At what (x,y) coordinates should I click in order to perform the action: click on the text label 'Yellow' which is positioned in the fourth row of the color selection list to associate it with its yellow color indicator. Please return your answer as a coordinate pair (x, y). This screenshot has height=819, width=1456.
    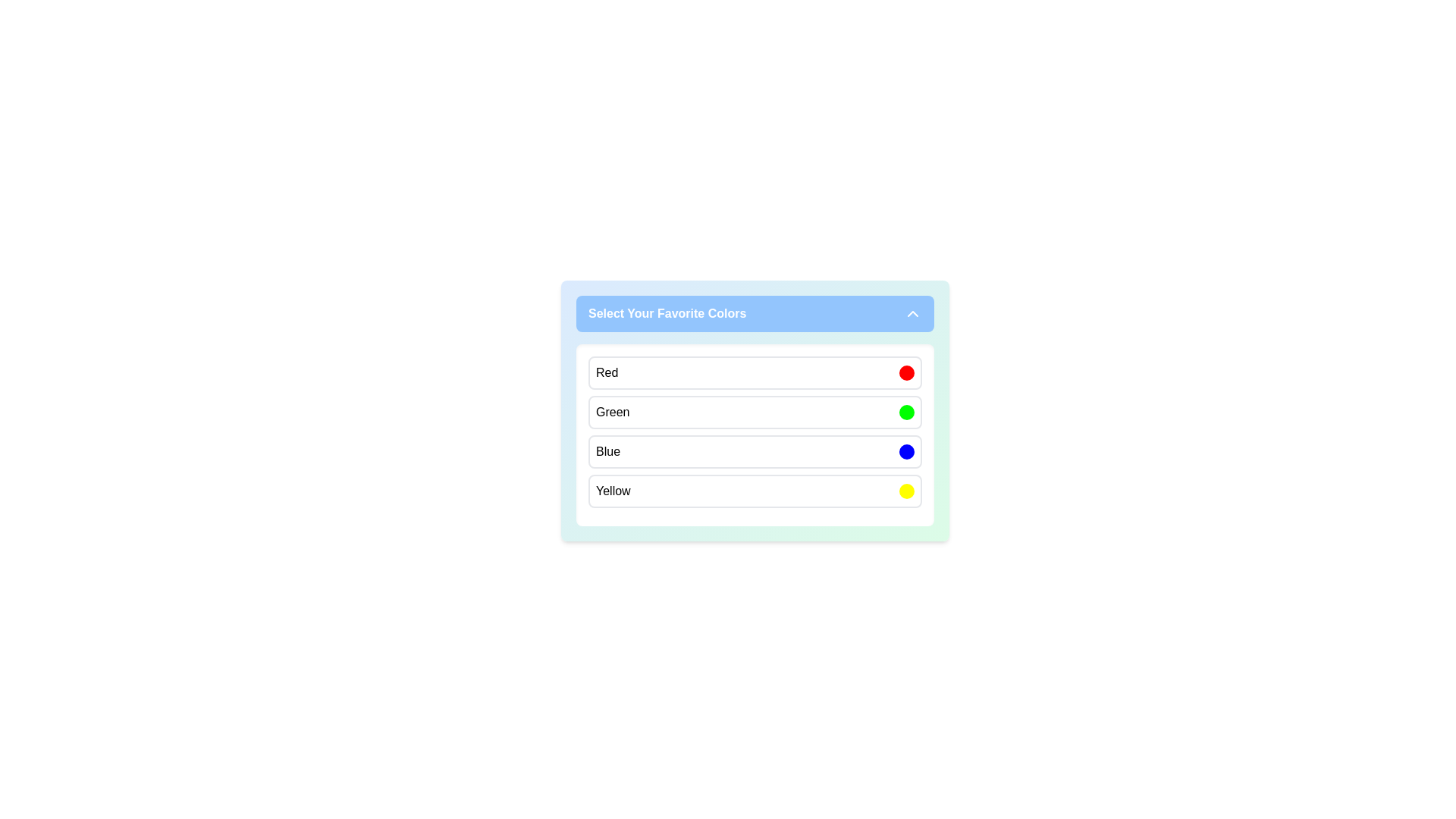
    Looking at the image, I should click on (613, 491).